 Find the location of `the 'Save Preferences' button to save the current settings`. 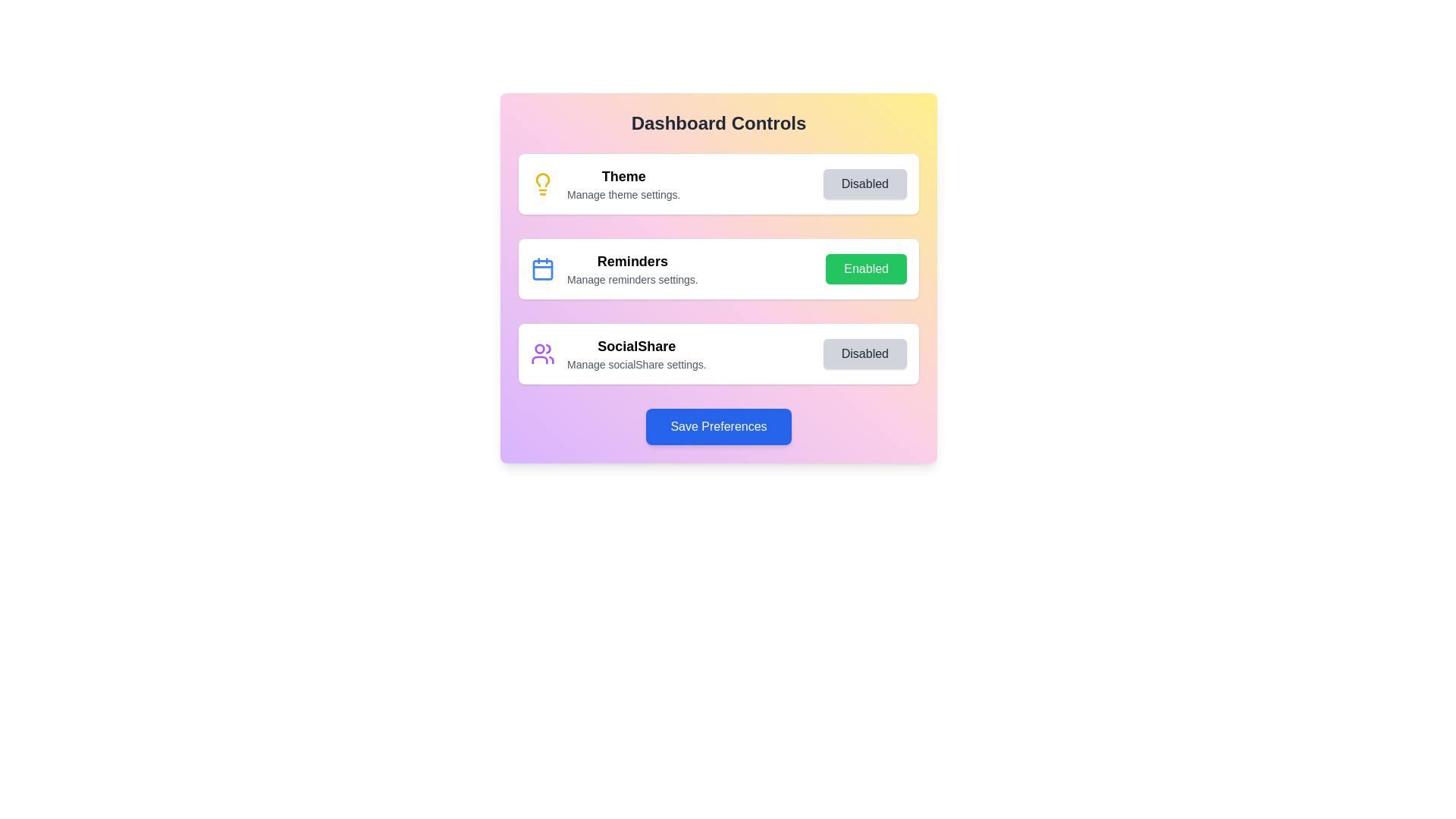

the 'Save Preferences' button to save the current settings is located at coordinates (718, 427).